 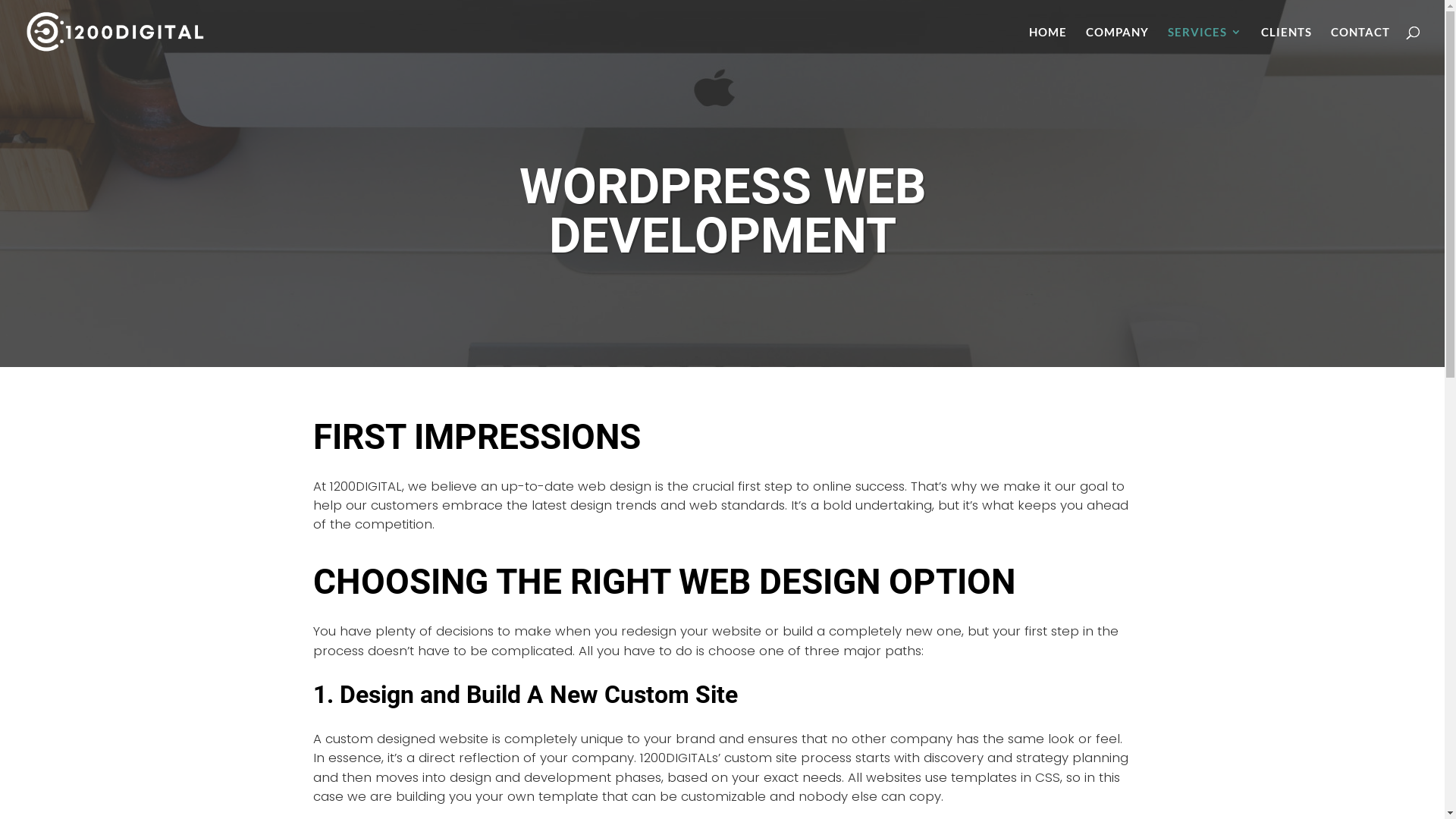 What do you see at coordinates (1360, 44) in the screenshot?
I see `'CONTACT'` at bounding box center [1360, 44].